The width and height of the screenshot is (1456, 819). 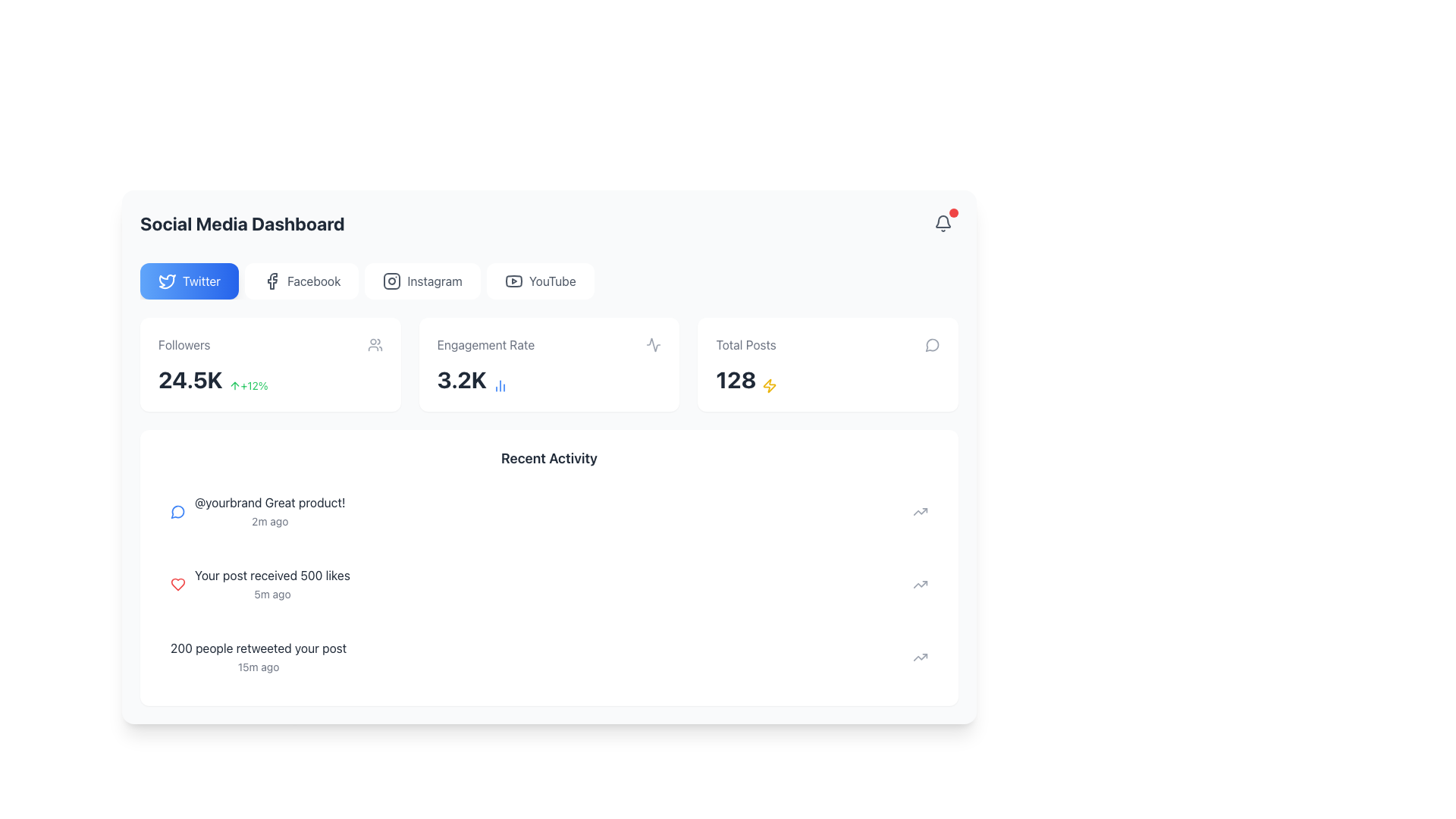 I want to click on the Facebook icon located in the navigation section of the social media dashboard to switch to the Facebook metrics view, so click(x=272, y=281).